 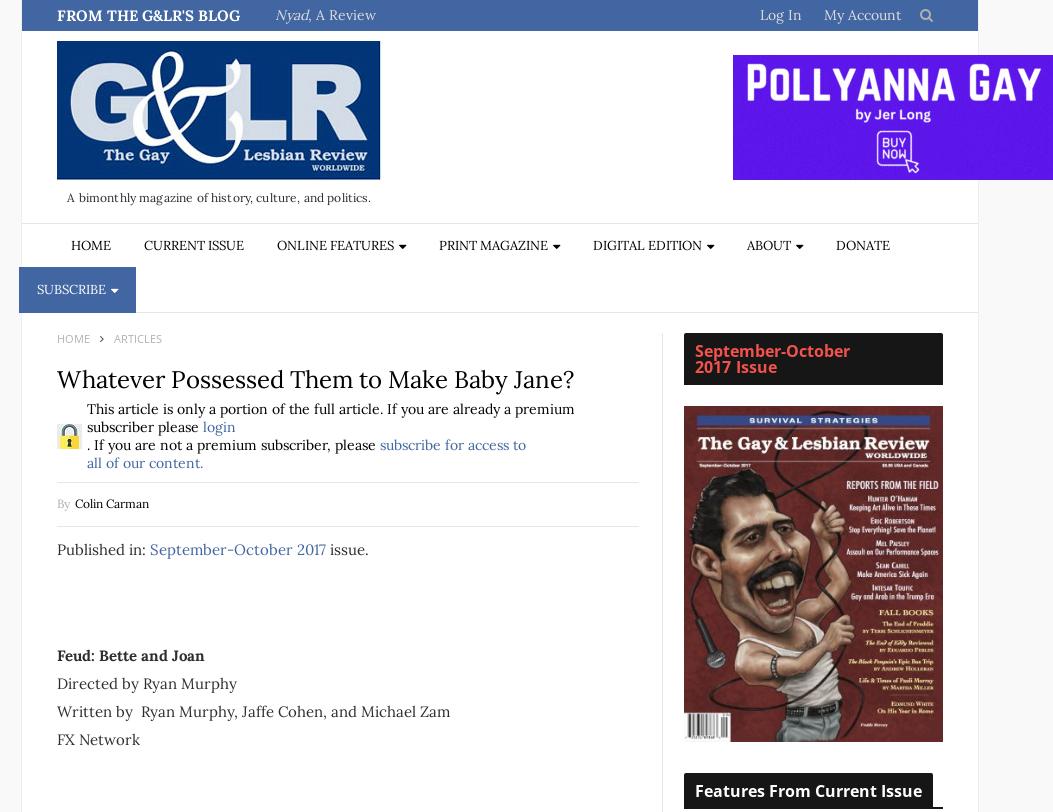 What do you see at coordinates (98, 738) in the screenshot?
I see `'FX Network'` at bounding box center [98, 738].